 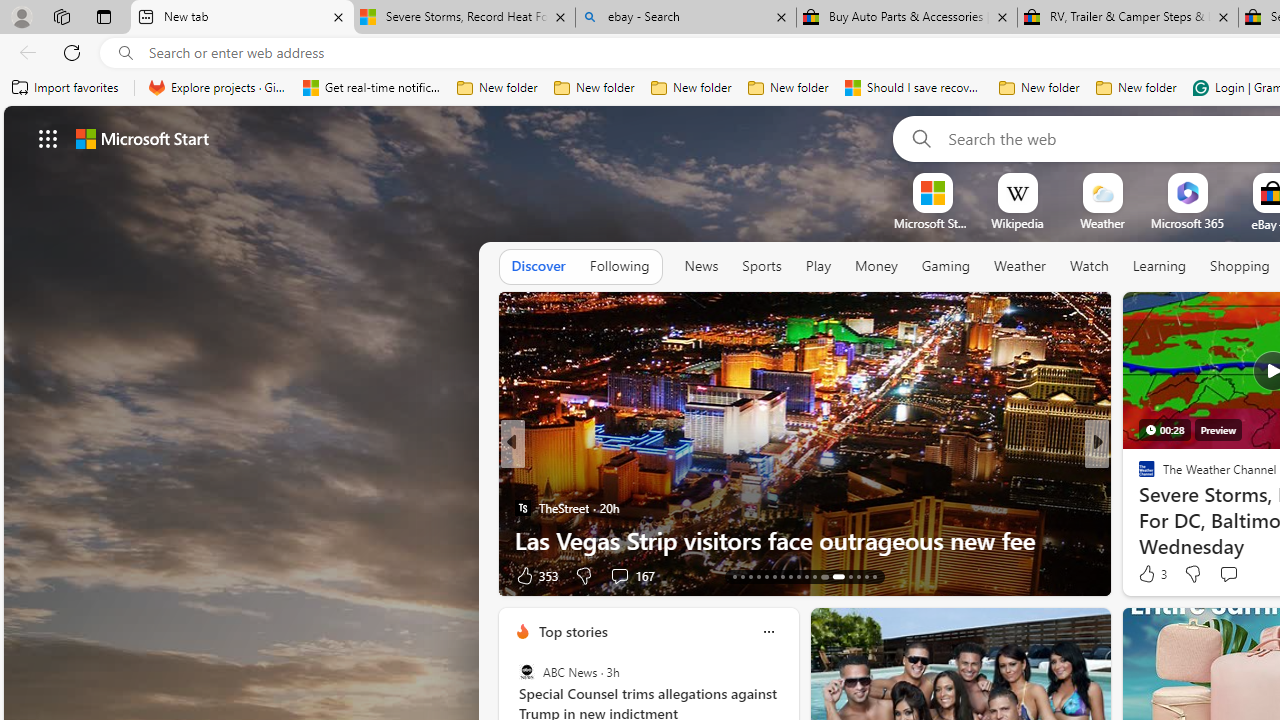 I want to click on 'AutomationID: tab-13', so click(x=733, y=577).